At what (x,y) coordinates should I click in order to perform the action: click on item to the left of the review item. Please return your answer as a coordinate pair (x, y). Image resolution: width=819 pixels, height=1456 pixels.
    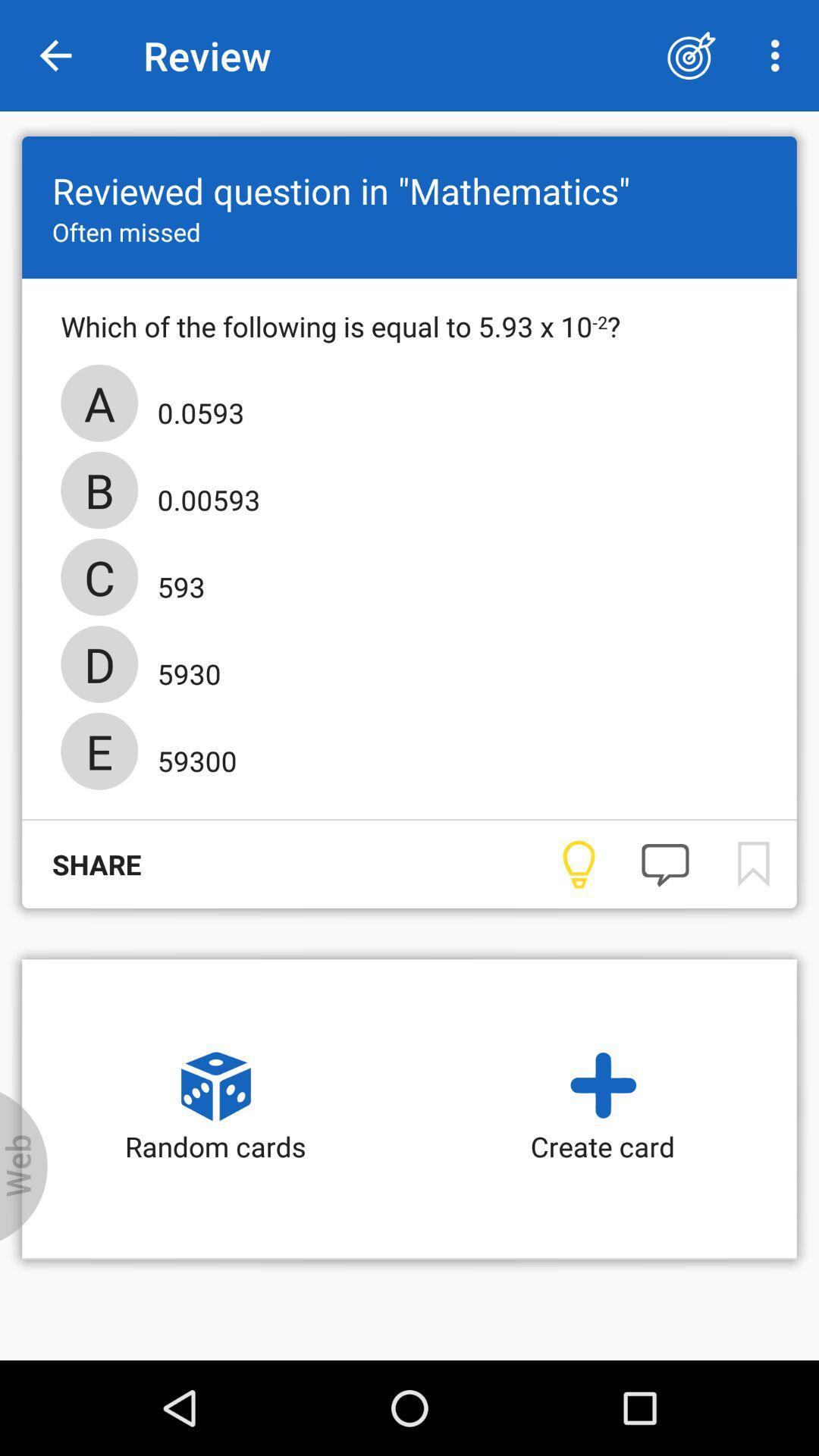
    Looking at the image, I should click on (55, 55).